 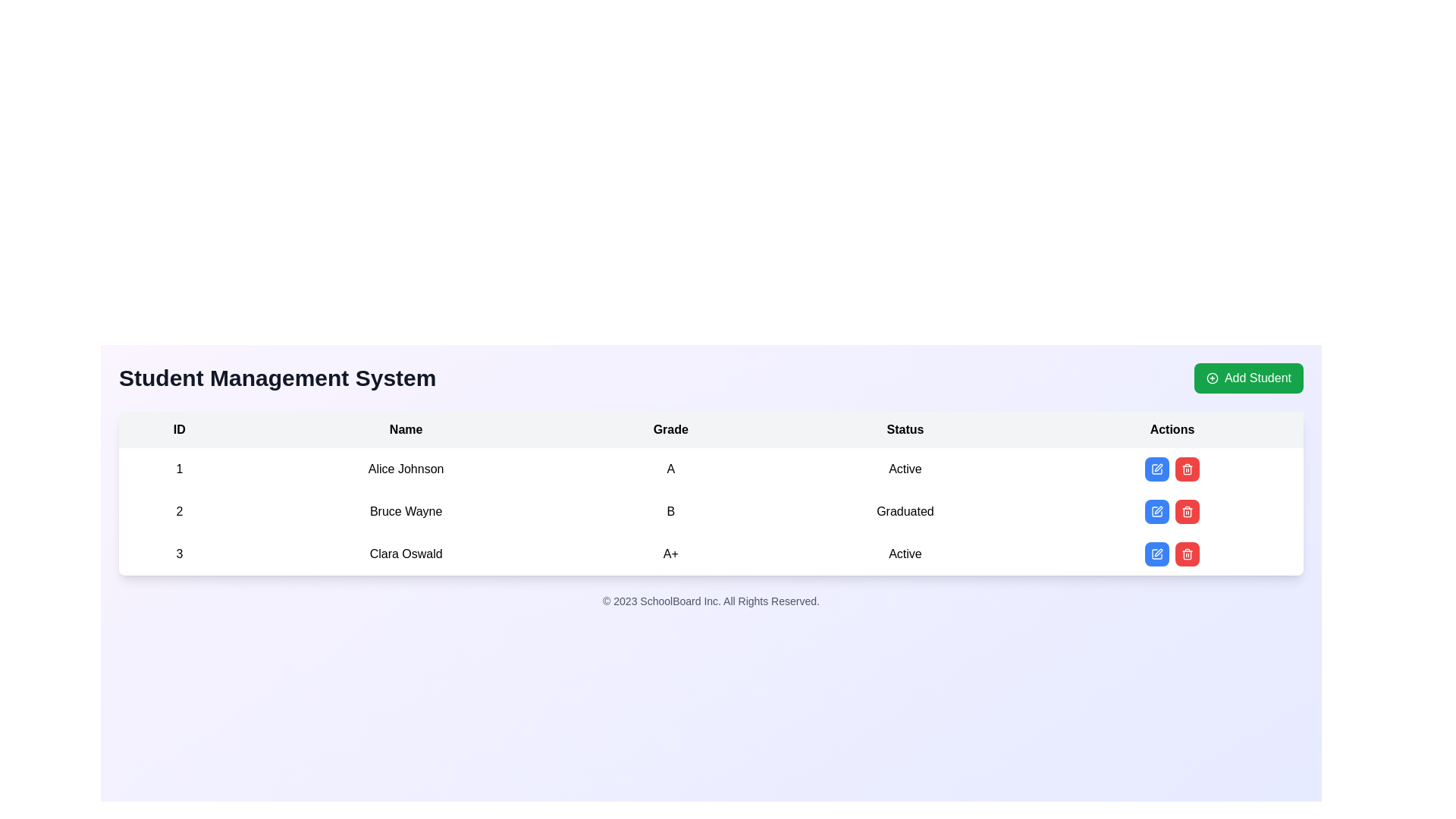 I want to click on the red trash bin icon, which is the second item, so click(x=1186, y=468).